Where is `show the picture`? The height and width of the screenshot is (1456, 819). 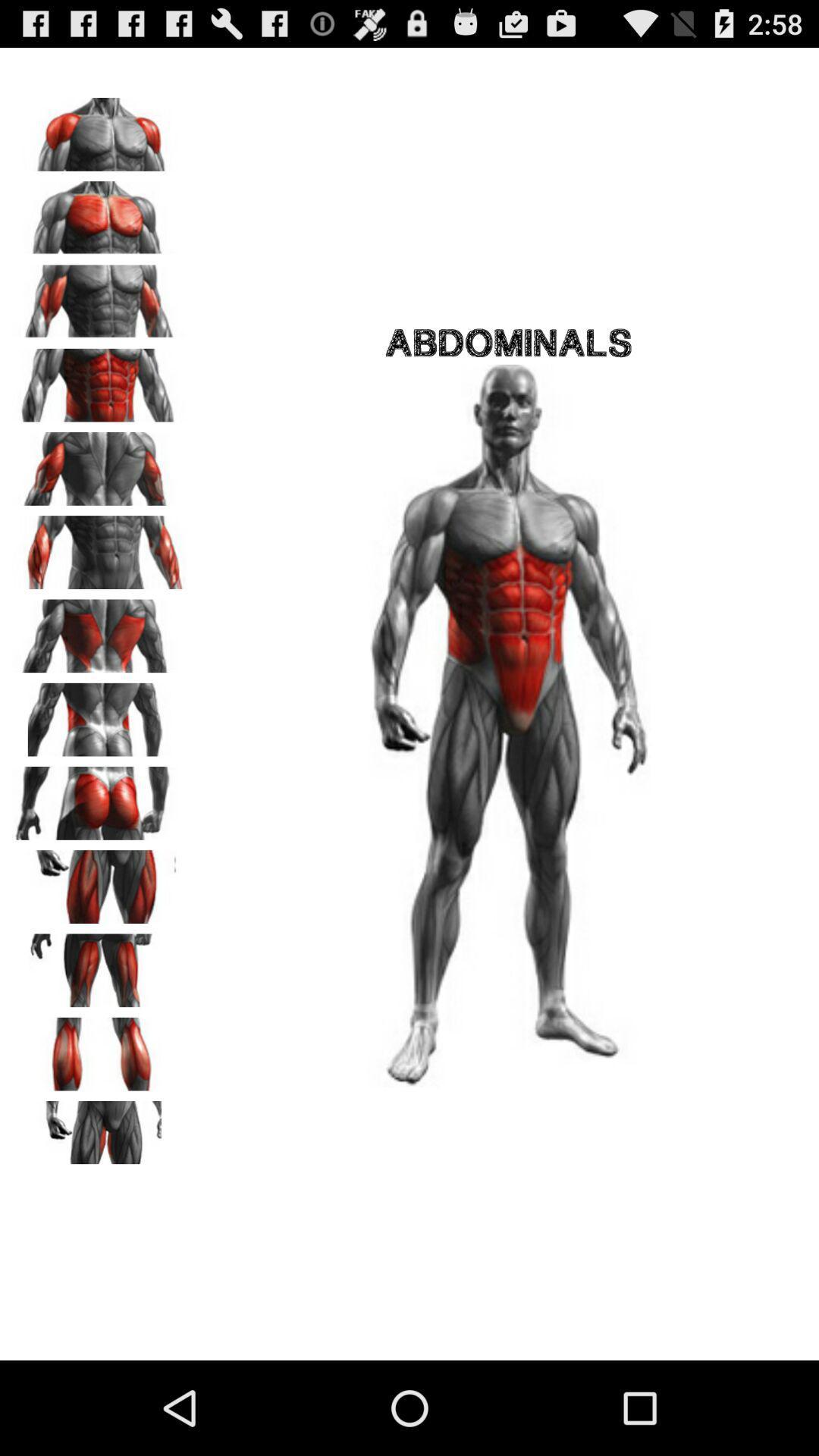
show the picture is located at coordinates (99, 546).